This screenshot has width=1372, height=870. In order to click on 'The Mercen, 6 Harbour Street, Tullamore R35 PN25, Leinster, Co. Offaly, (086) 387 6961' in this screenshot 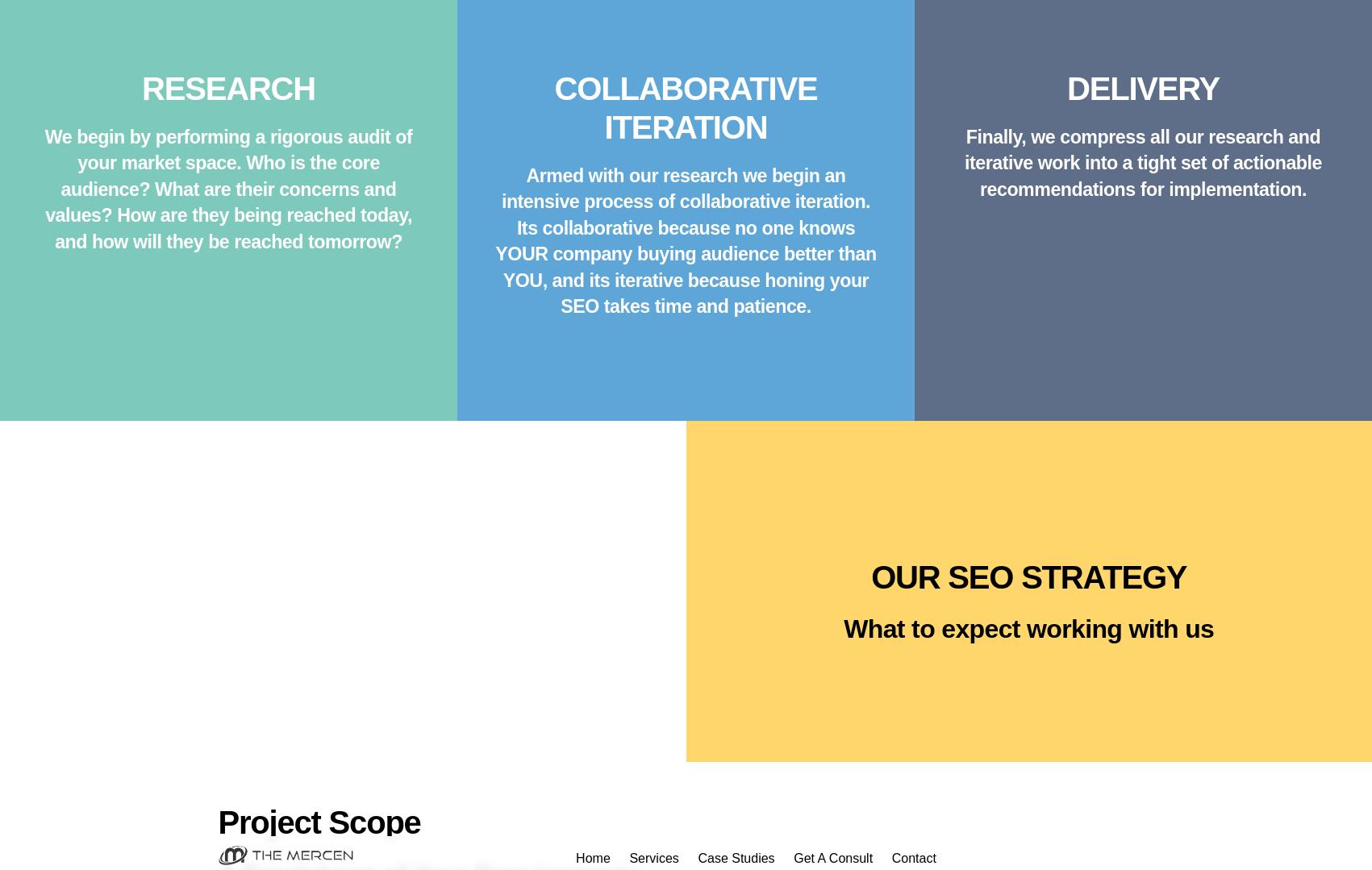, I will do `click(685, 667)`.